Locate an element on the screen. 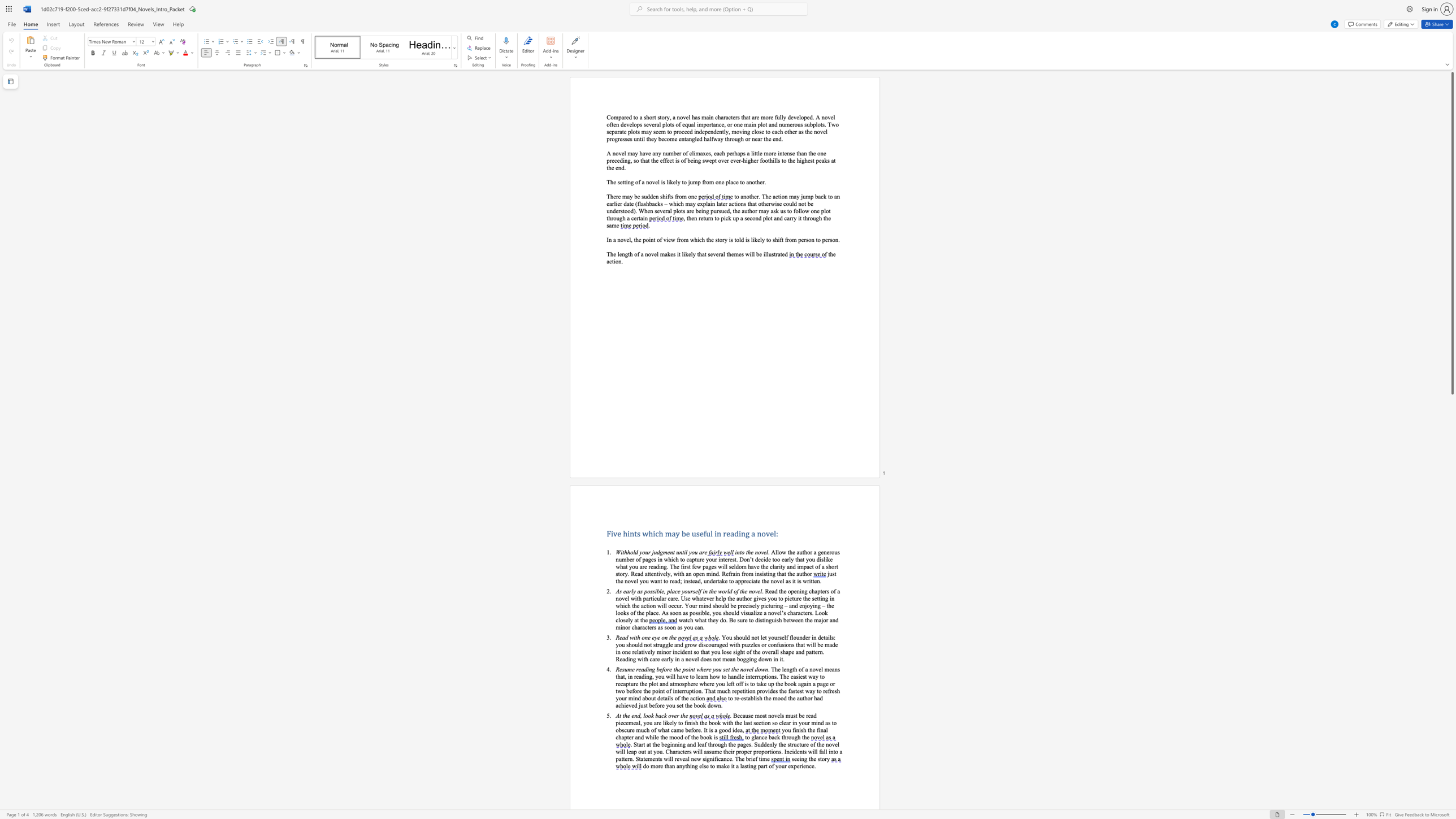 This screenshot has width=1456, height=819. the subset text "or" within the text "relatively minor" is located at coordinates (665, 651).